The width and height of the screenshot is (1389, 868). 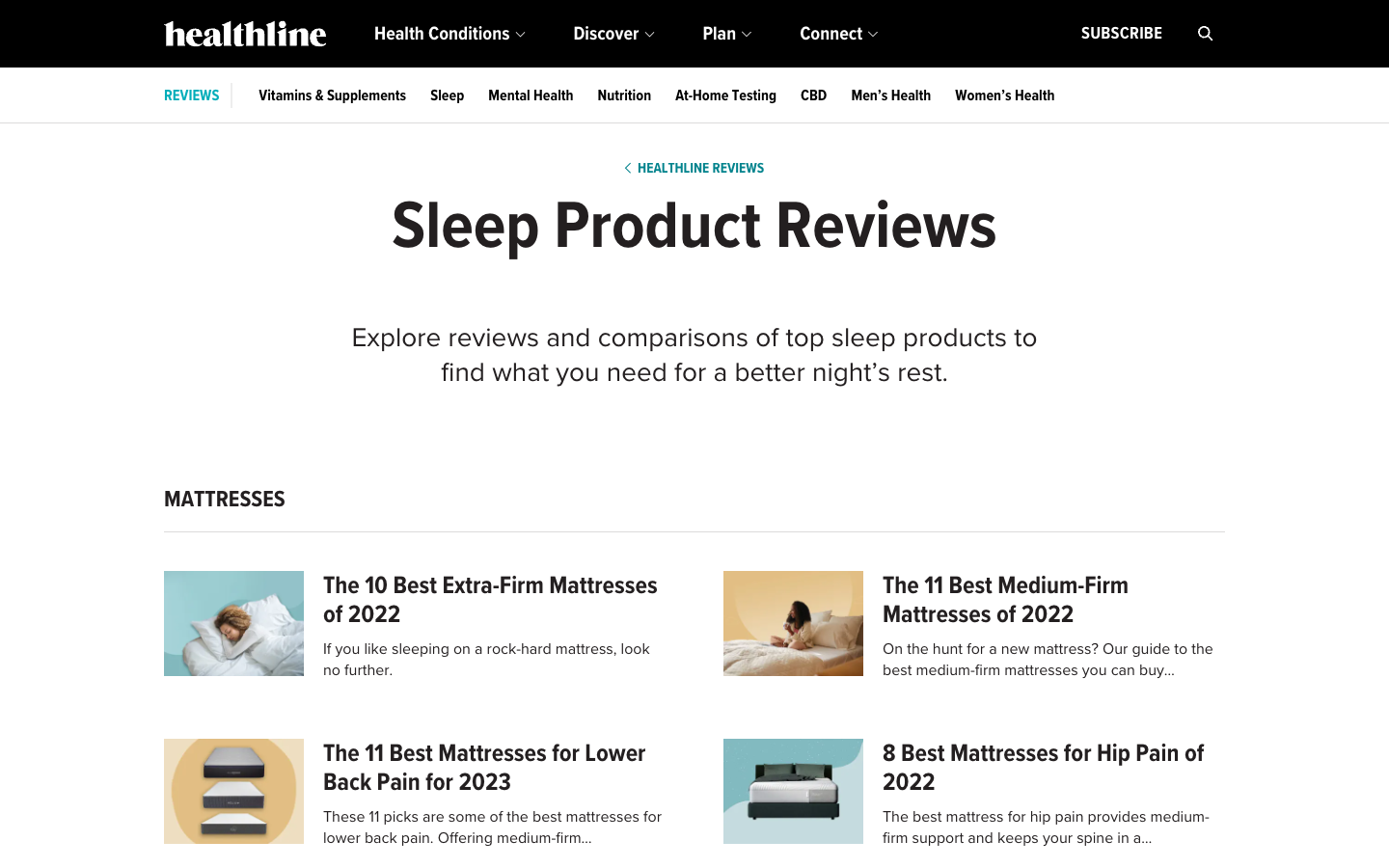 I want to click on Engage in additional readings on Nutrition, so click(x=623, y=95).